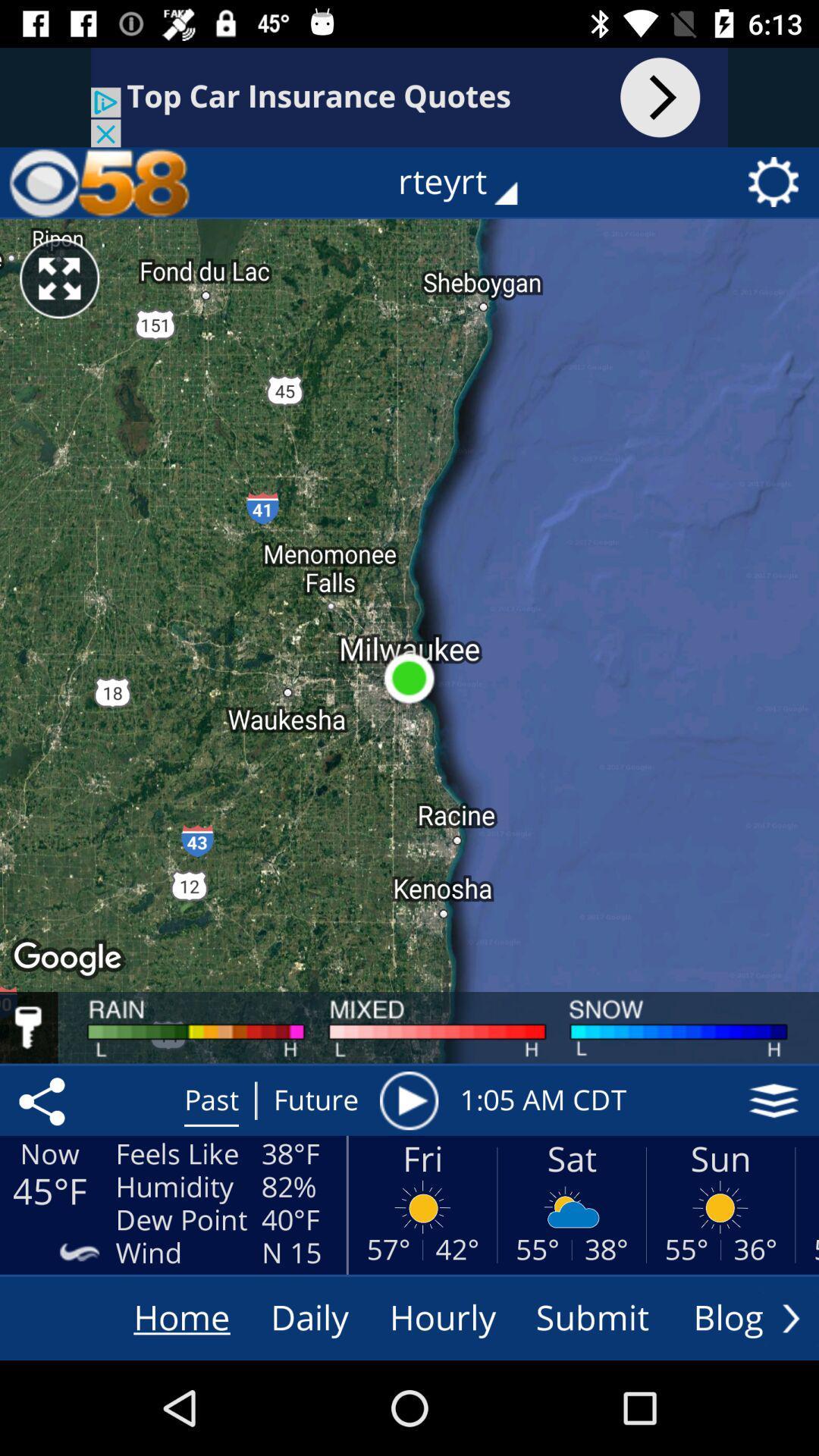 The height and width of the screenshot is (1456, 819). I want to click on return, so click(790, 1317).